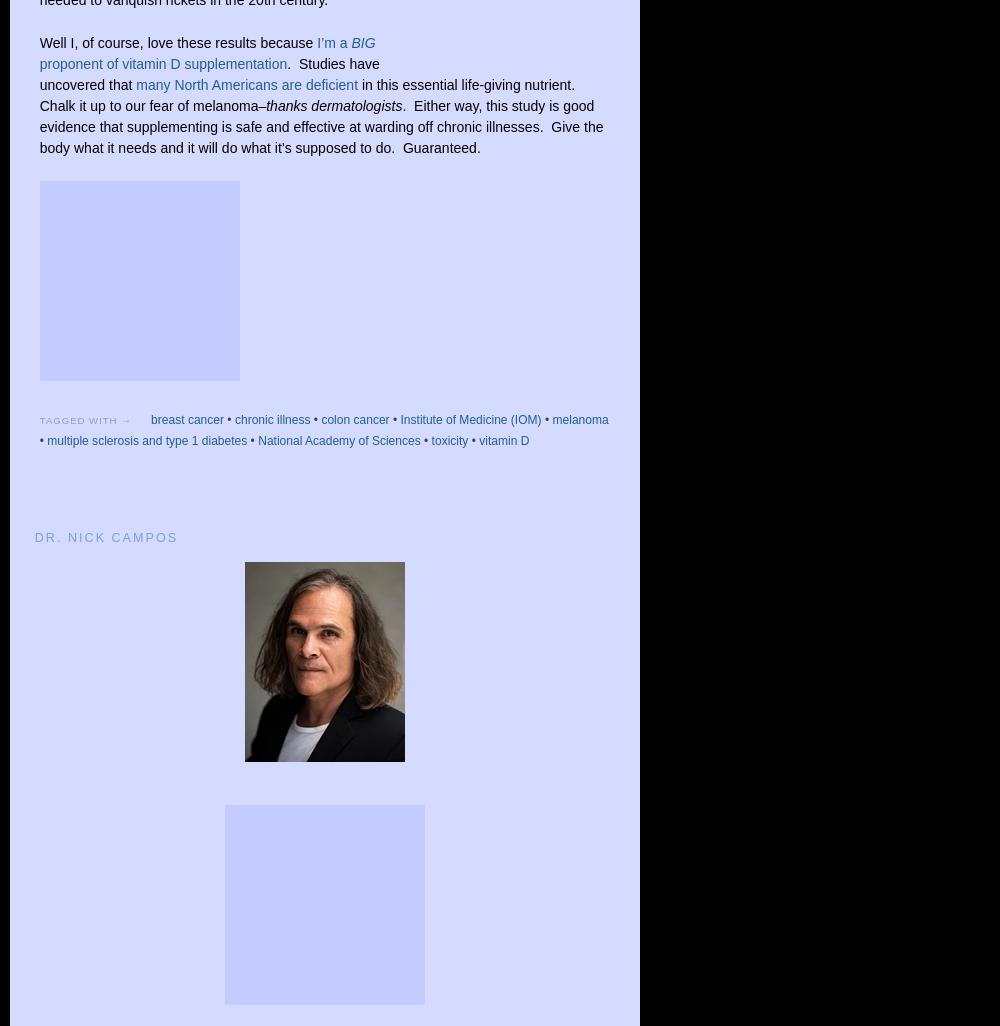 Image resolution: width=1000 pixels, height=1026 pixels. I want to click on 'in this essential life-giving nutrient.  Chalk it up to our fear of melanoma–', so click(309, 93).